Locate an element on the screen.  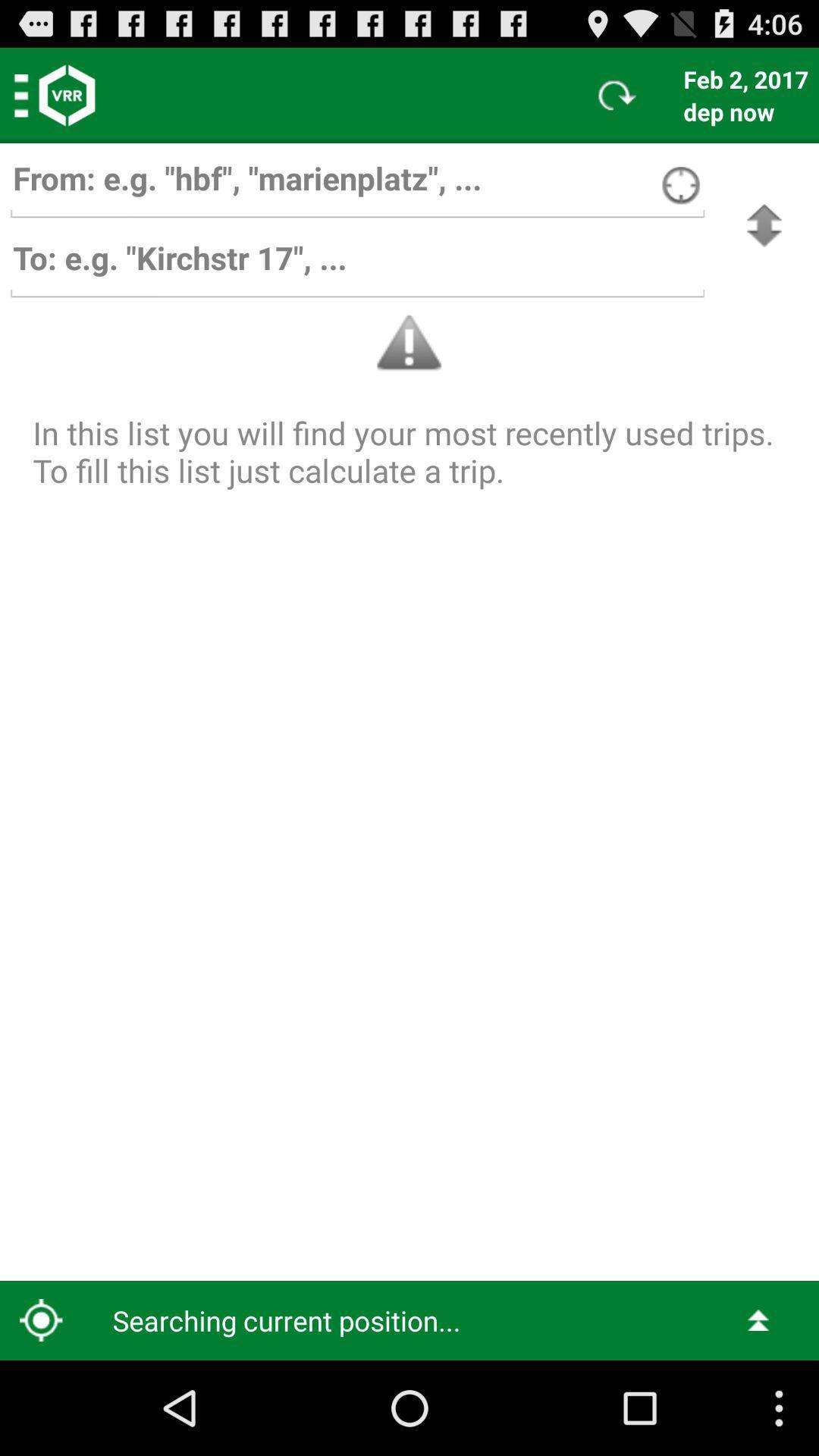
the caution icon is located at coordinates (409, 342).